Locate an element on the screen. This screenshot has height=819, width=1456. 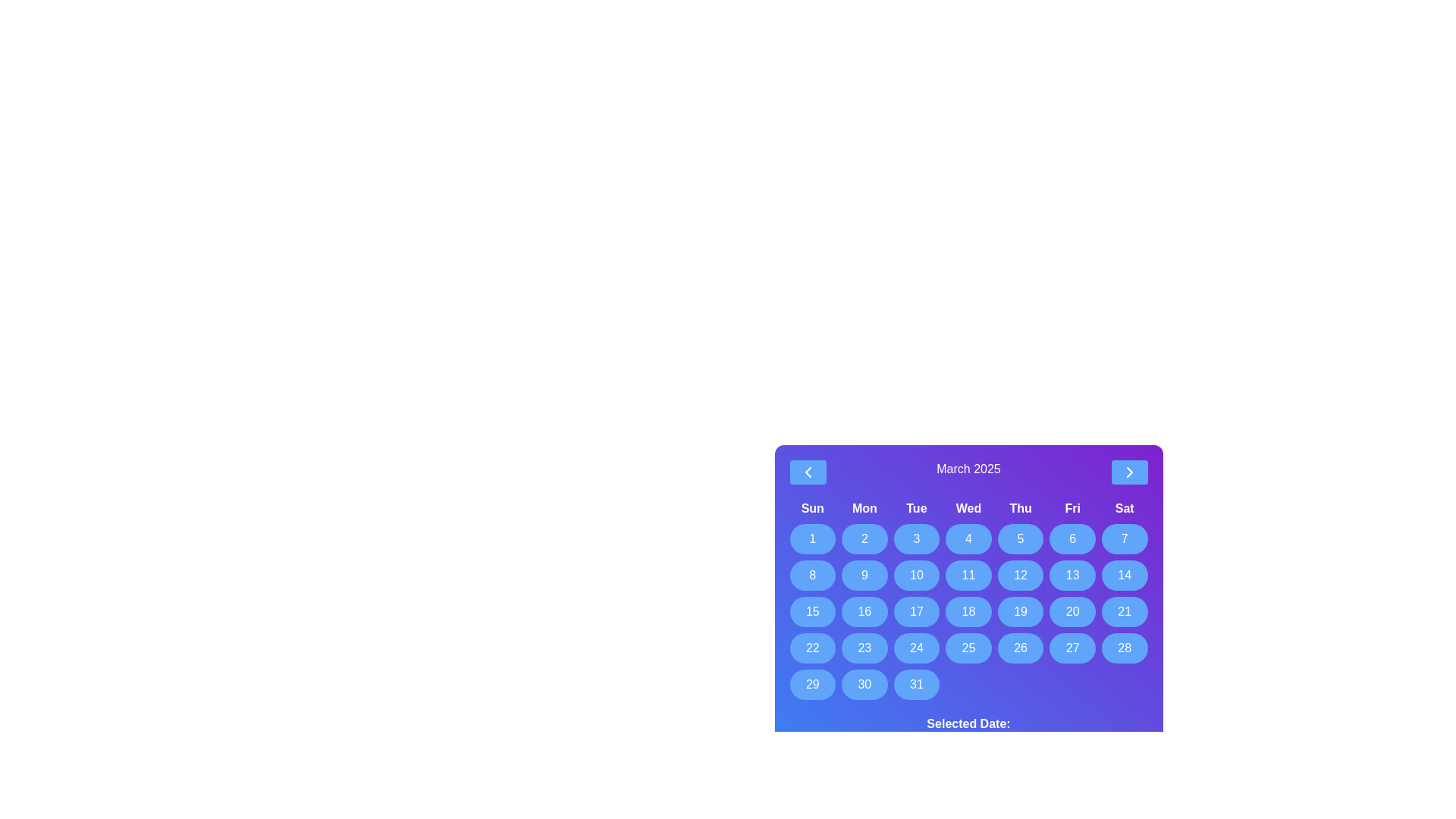
the 11th day button in the calendar, located under the 'Wed' column, to change its background color is located at coordinates (968, 576).